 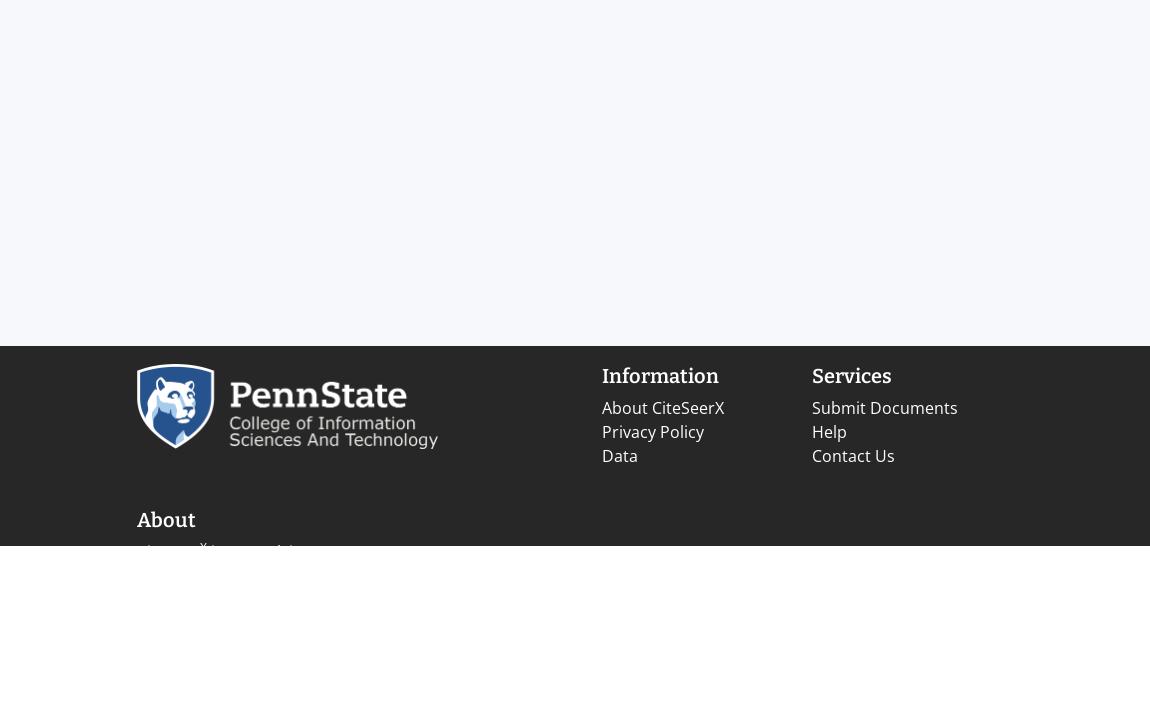 What do you see at coordinates (167, 551) in the screenshot?
I see `'CiteSeer'` at bounding box center [167, 551].